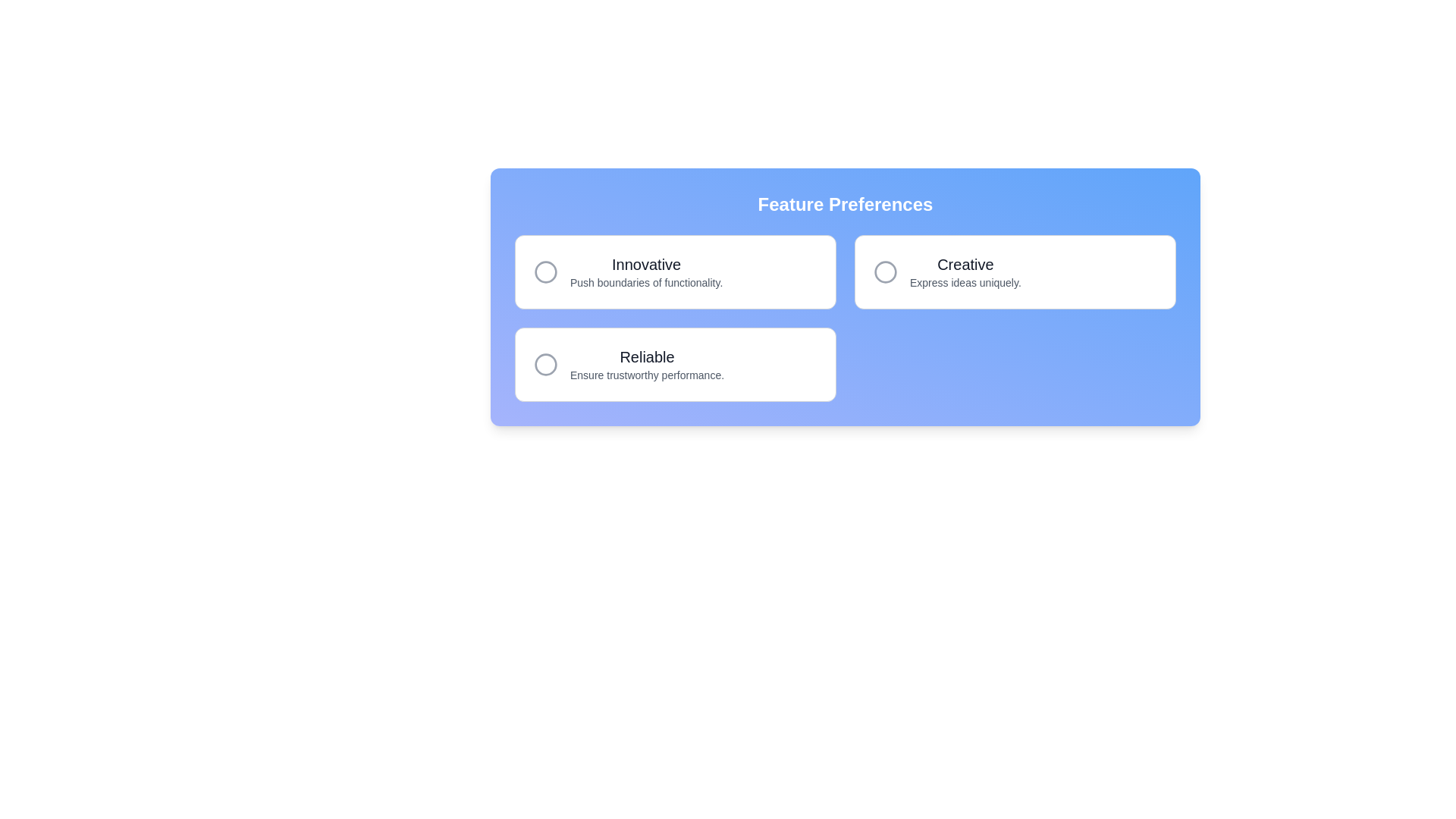 Image resolution: width=1456 pixels, height=819 pixels. Describe the element at coordinates (647, 365) in the screenshot. I see `descriptive text of the 'Reliable' Text Label located in the lower left quadrant of the 'Feature Preferences' section, which includes the text 'Ensure trustworthy performance.'` at that location.